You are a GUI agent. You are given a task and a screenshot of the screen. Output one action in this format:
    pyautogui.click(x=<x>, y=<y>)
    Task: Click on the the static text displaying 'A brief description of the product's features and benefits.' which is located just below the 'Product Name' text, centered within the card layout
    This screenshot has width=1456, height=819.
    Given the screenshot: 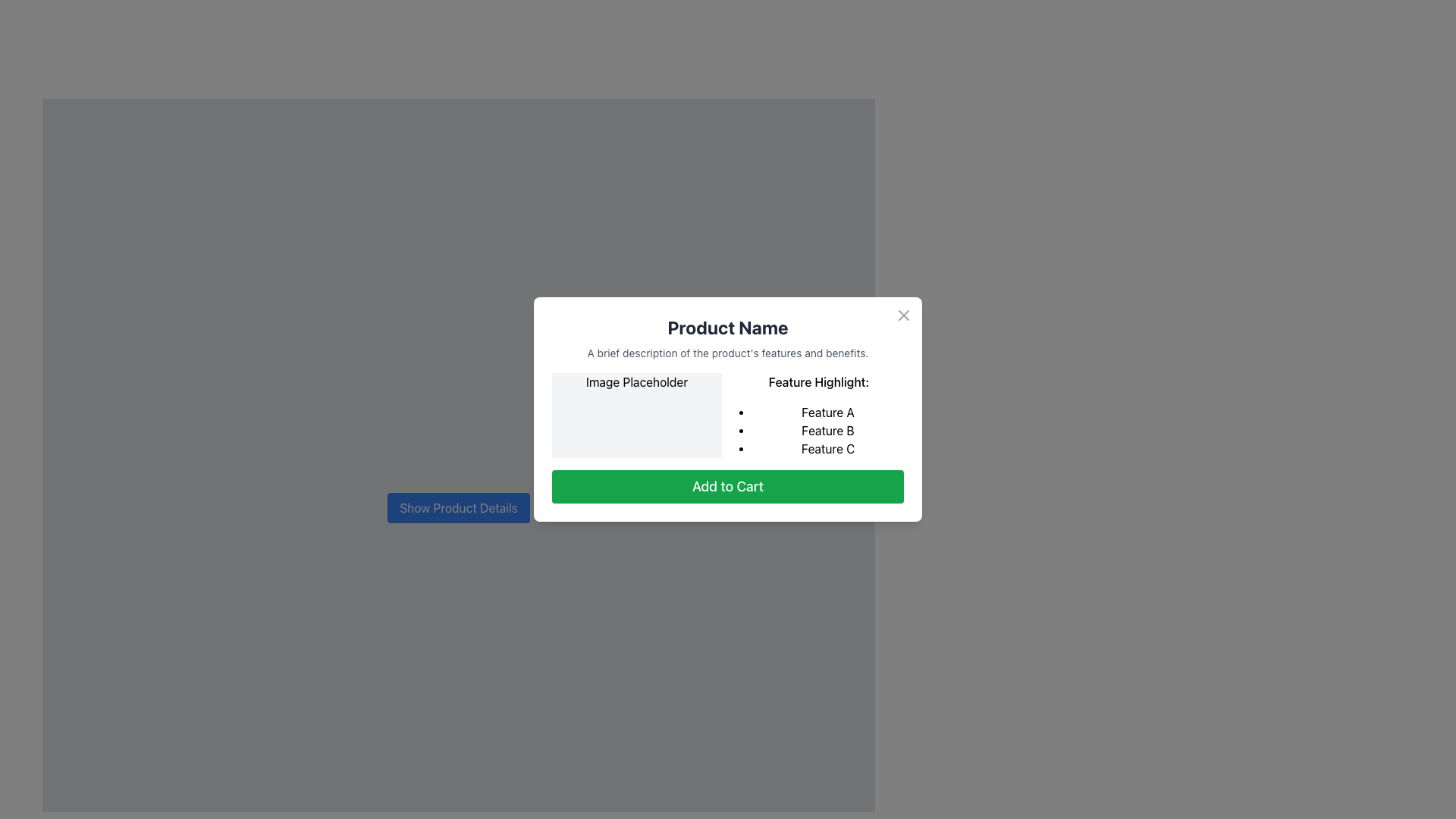 What is the action you would take?
    pyautogui.click(x=728, y=353)
    